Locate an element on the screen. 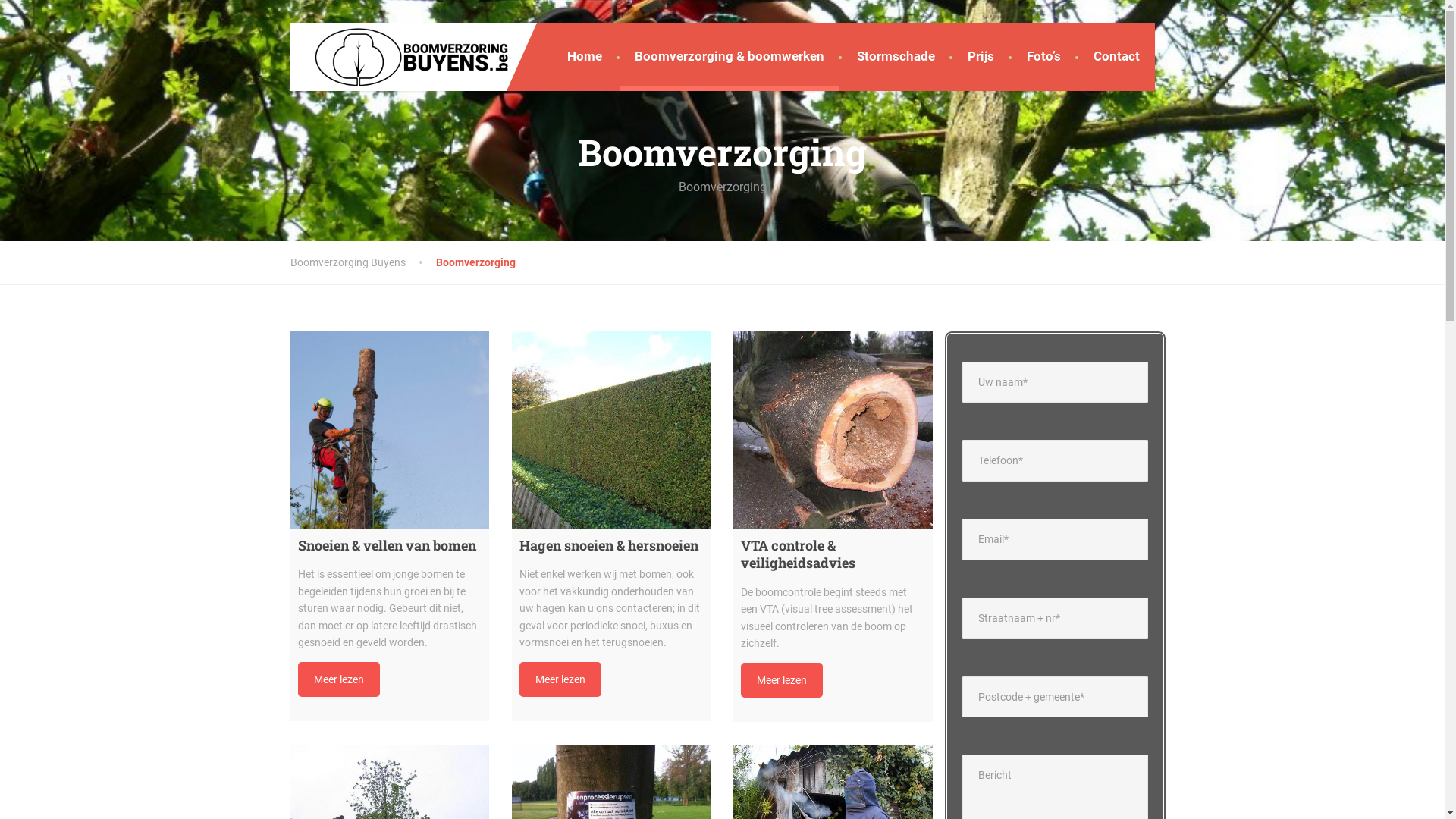 The image size is (1456, 819). 'Meer lezen' is located at coordinates (560, 678).